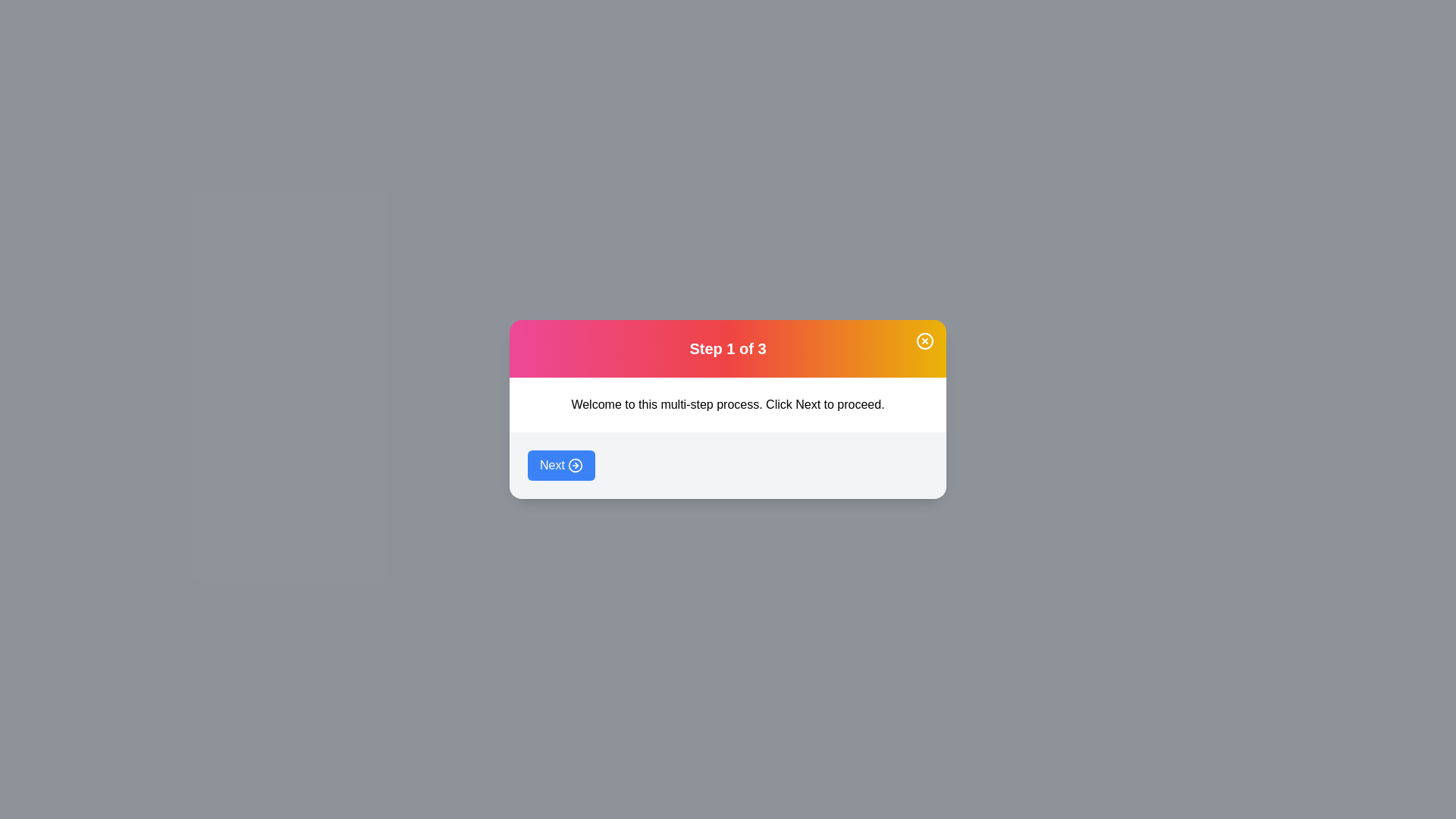 This screenshot has height=819, width=1456. Describe the element at coordinates (924, 341) in the screenshot. I see `the 'Close' button to close the dialog` at that location.